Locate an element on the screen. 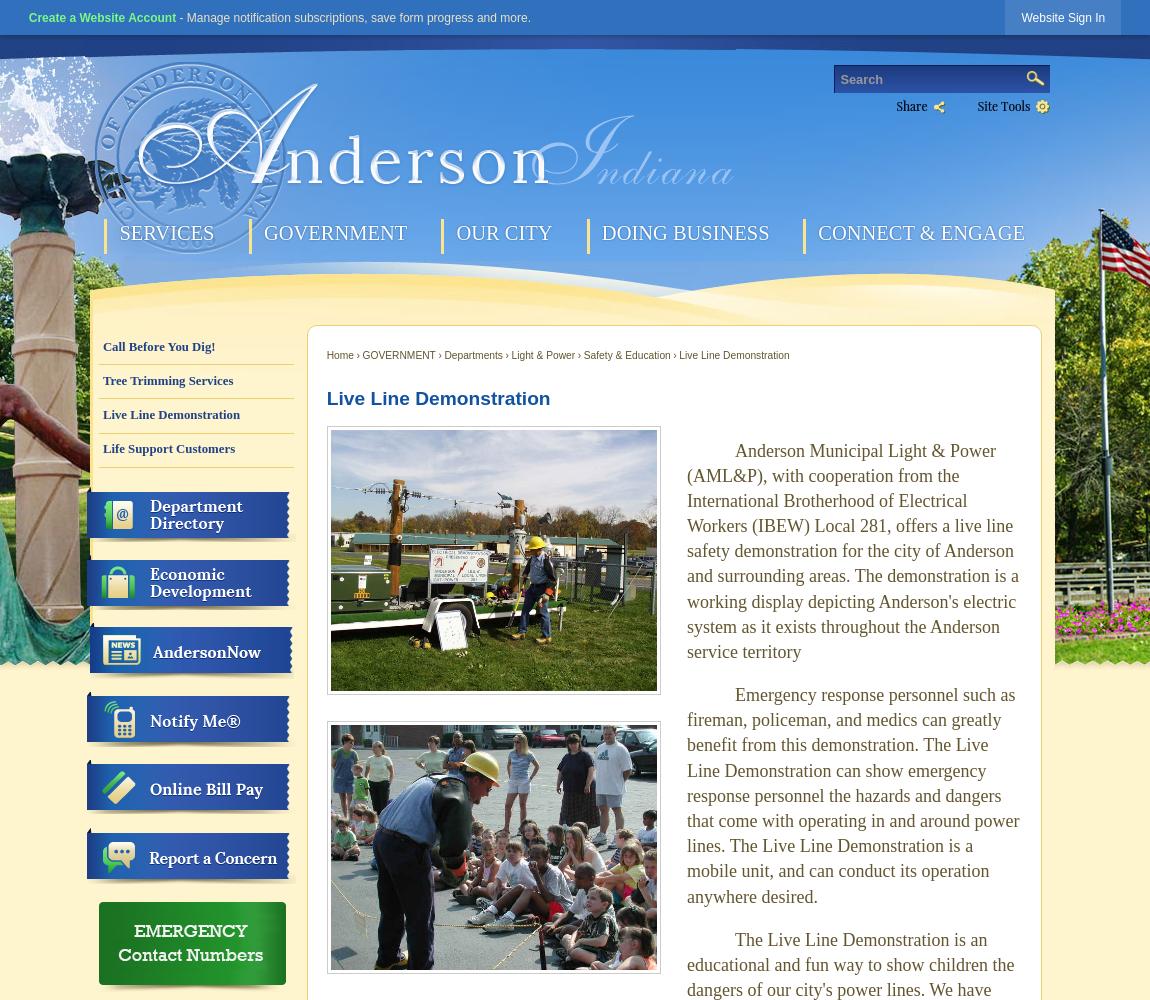  'Website Sign In' is located at coordinates (1062, 18).